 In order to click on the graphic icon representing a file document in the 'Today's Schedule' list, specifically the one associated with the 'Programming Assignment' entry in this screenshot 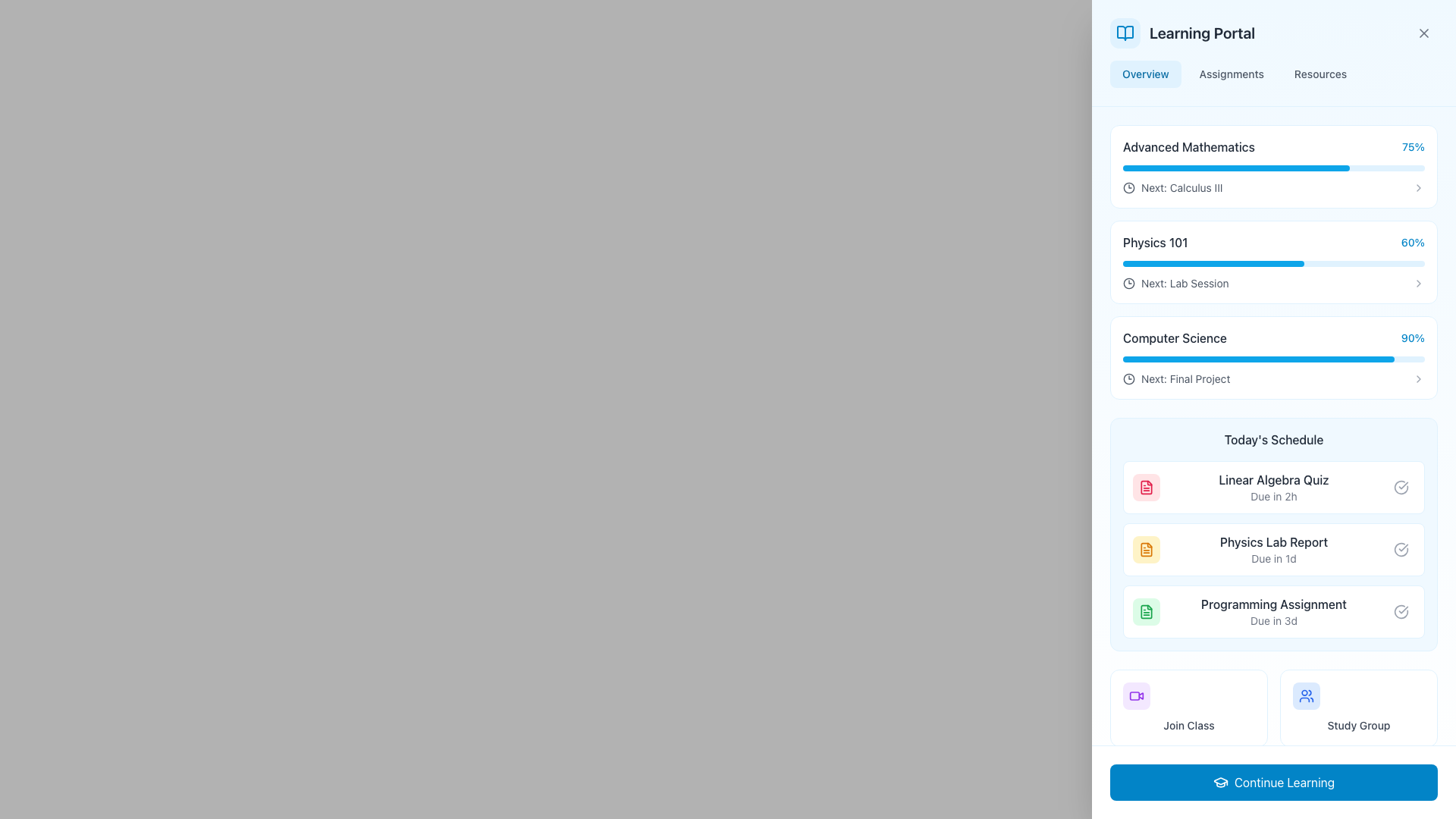, I will do `click(1147, 610)`.